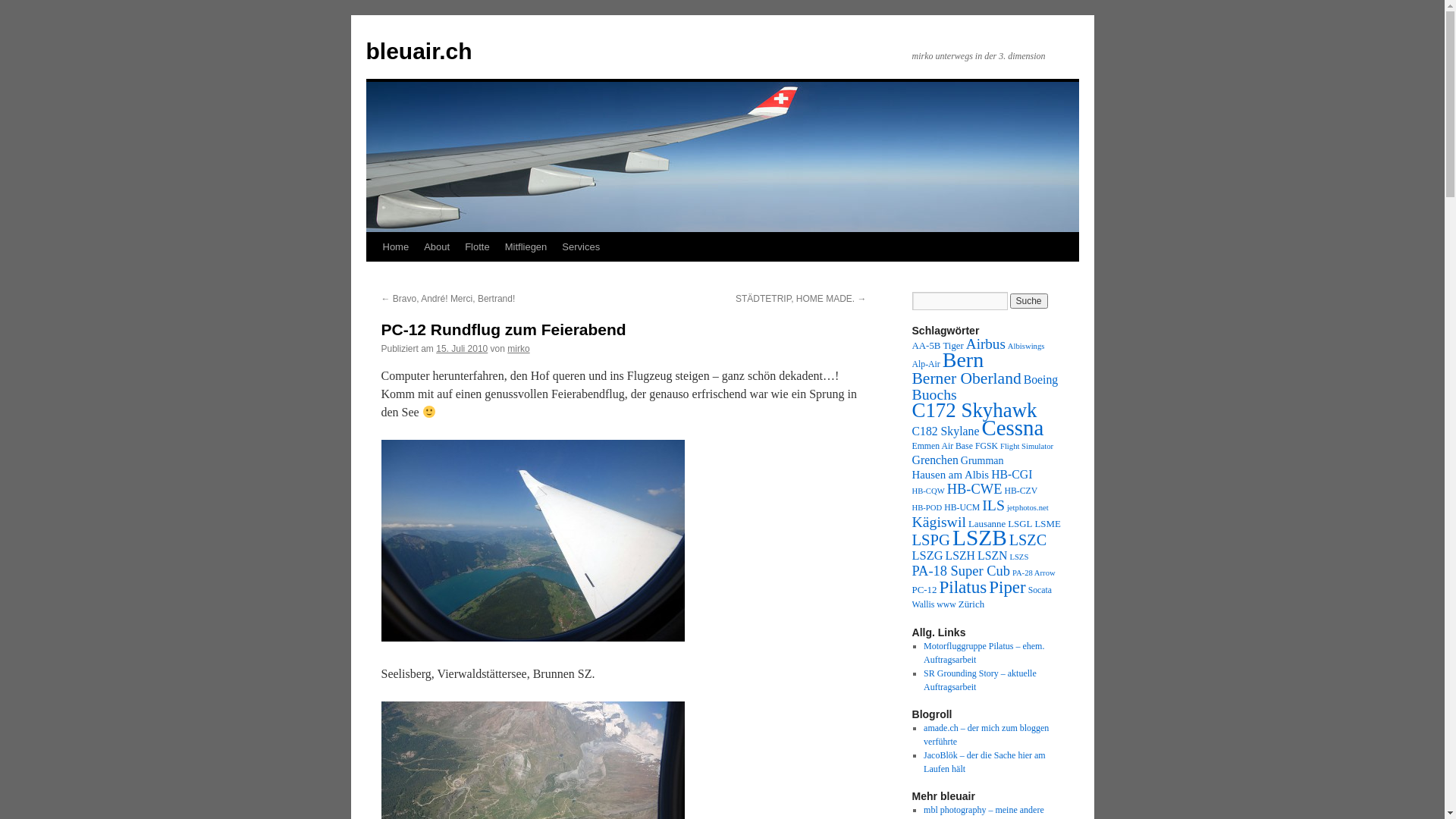 The width and height of the screenshot is (1456, 819). What do you see at coordinates (1029, 301) in the screenshot?
I see `'Suche'` at bounding box center [1029, 301].